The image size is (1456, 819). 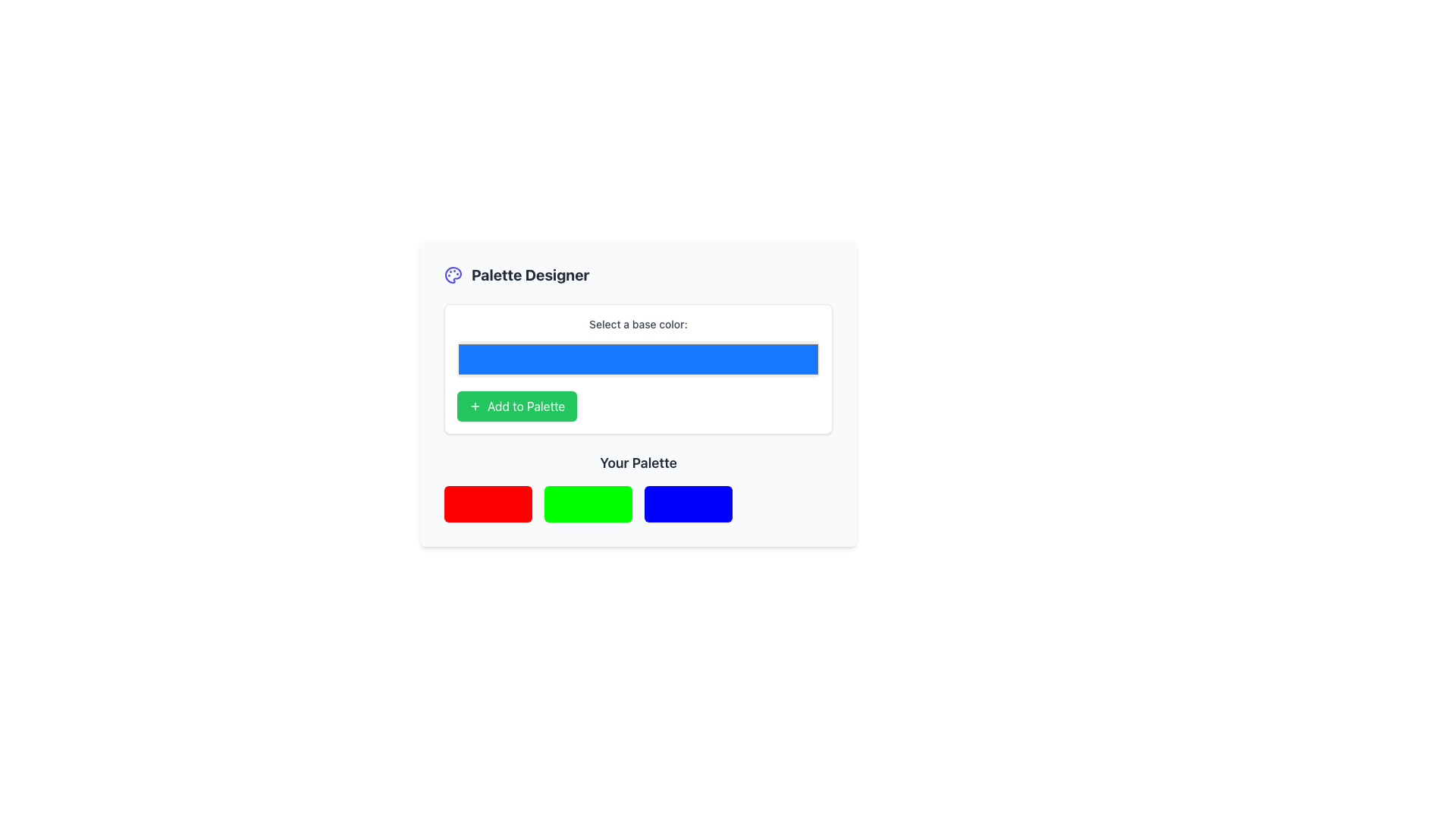 I want to click on the green button labeled 'Add to Palette' which contains the plus sign icon for addition functionality, so click(x=475, y=406).